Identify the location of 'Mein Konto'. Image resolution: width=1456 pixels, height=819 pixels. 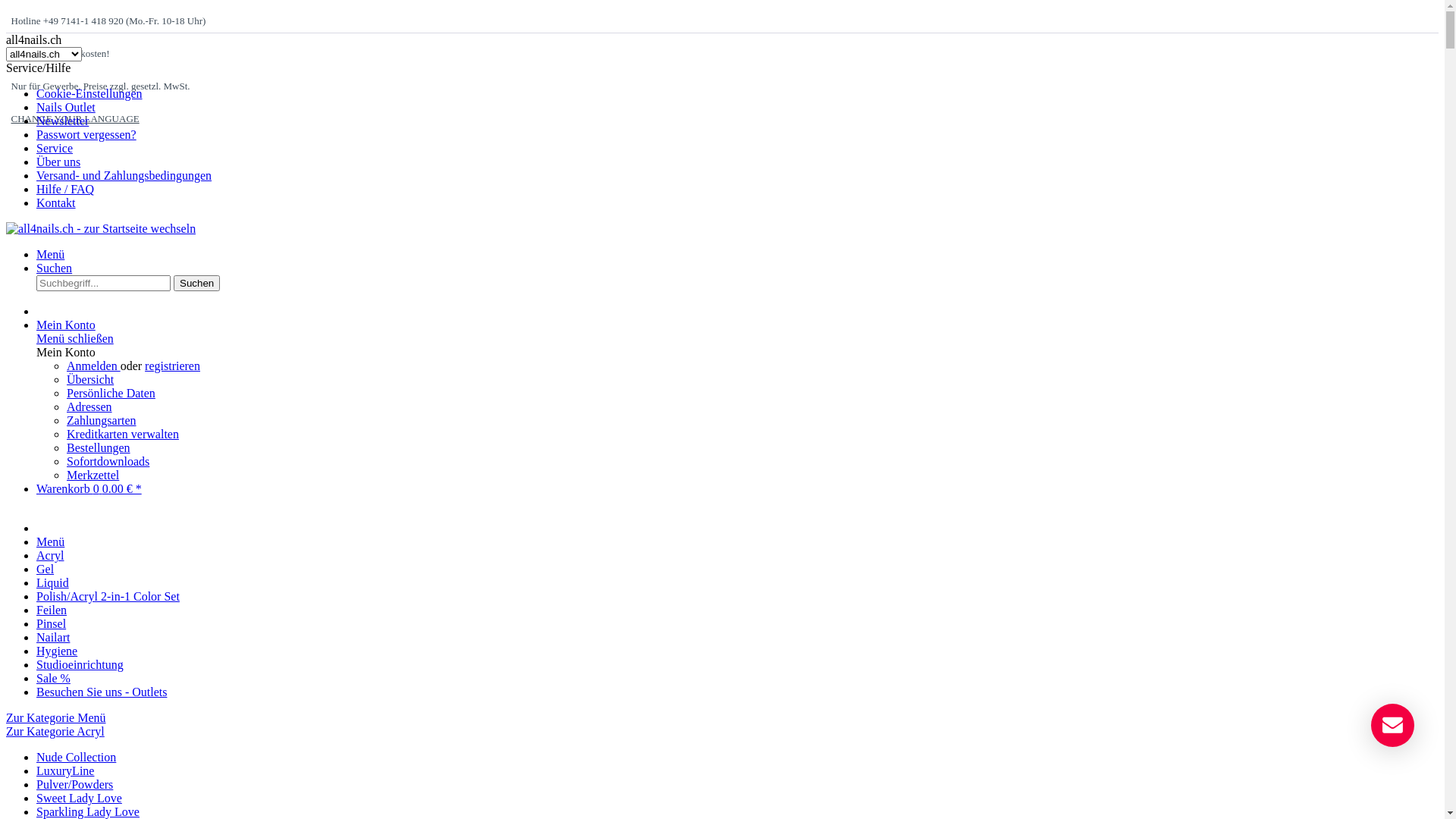
(64, 324).